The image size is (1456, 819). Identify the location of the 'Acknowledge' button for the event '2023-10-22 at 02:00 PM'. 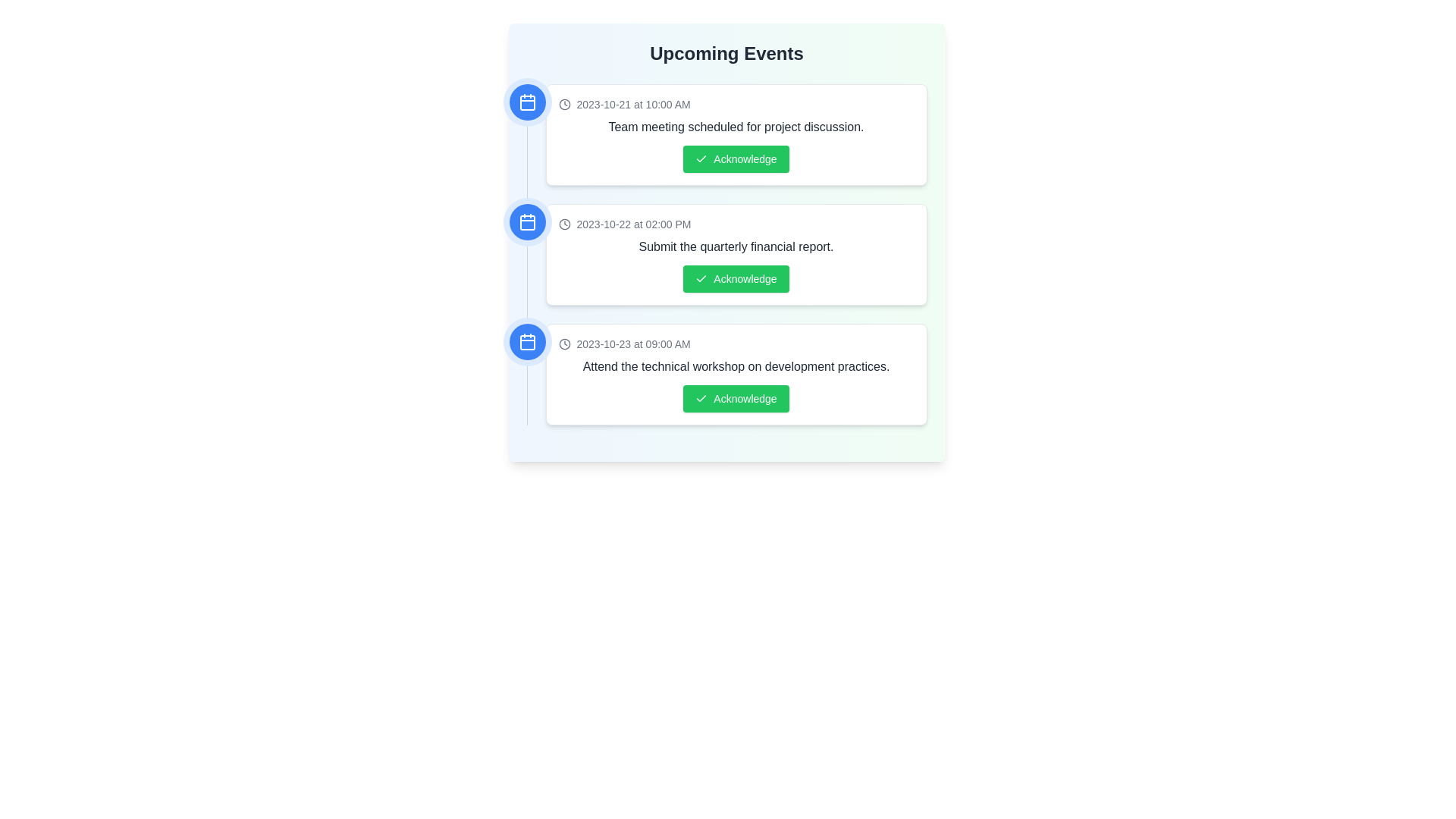
(736, 278).